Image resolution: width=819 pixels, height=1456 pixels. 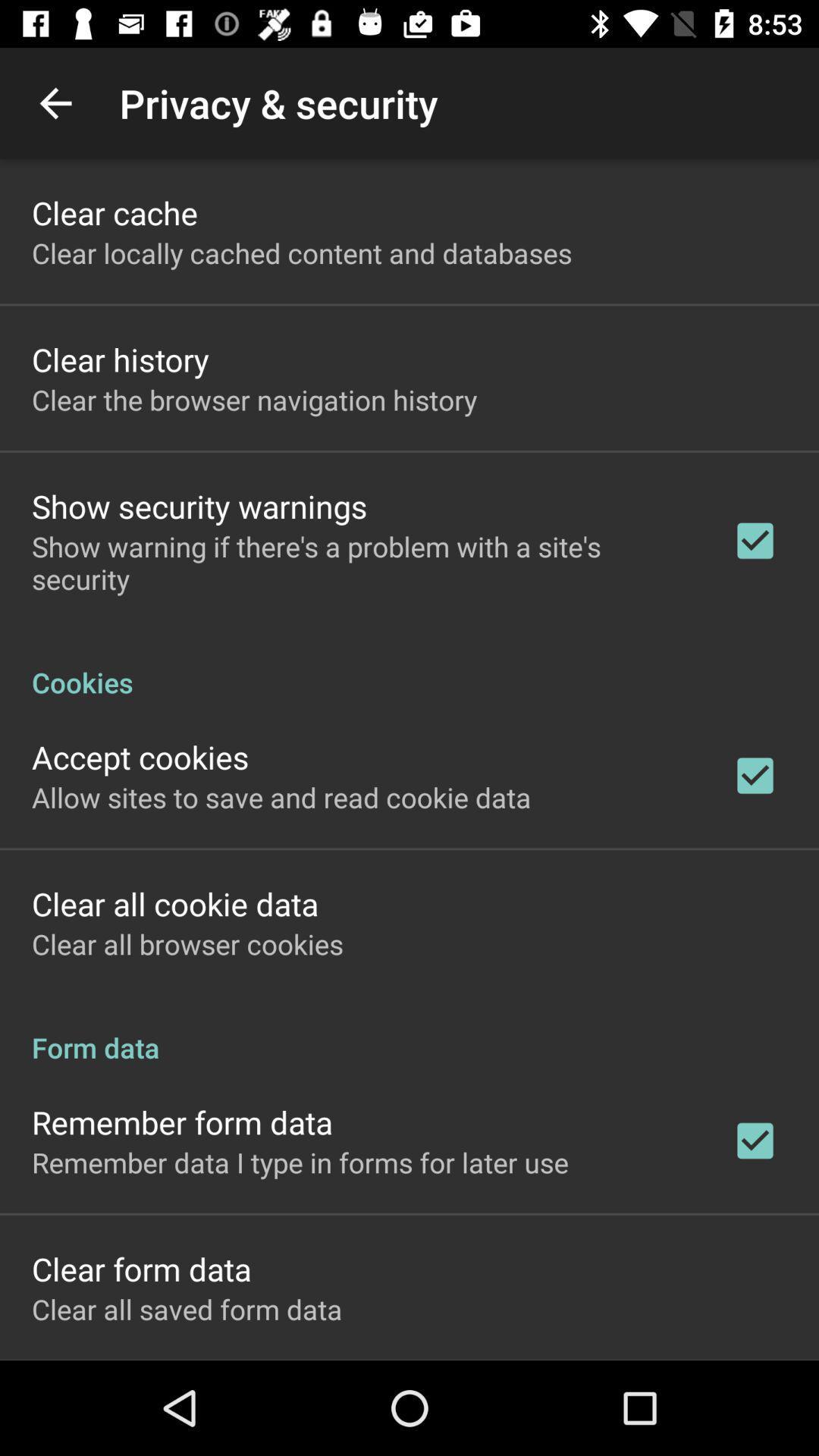 I want to click on icon below accept cookies item, so click(x=281, y=796).